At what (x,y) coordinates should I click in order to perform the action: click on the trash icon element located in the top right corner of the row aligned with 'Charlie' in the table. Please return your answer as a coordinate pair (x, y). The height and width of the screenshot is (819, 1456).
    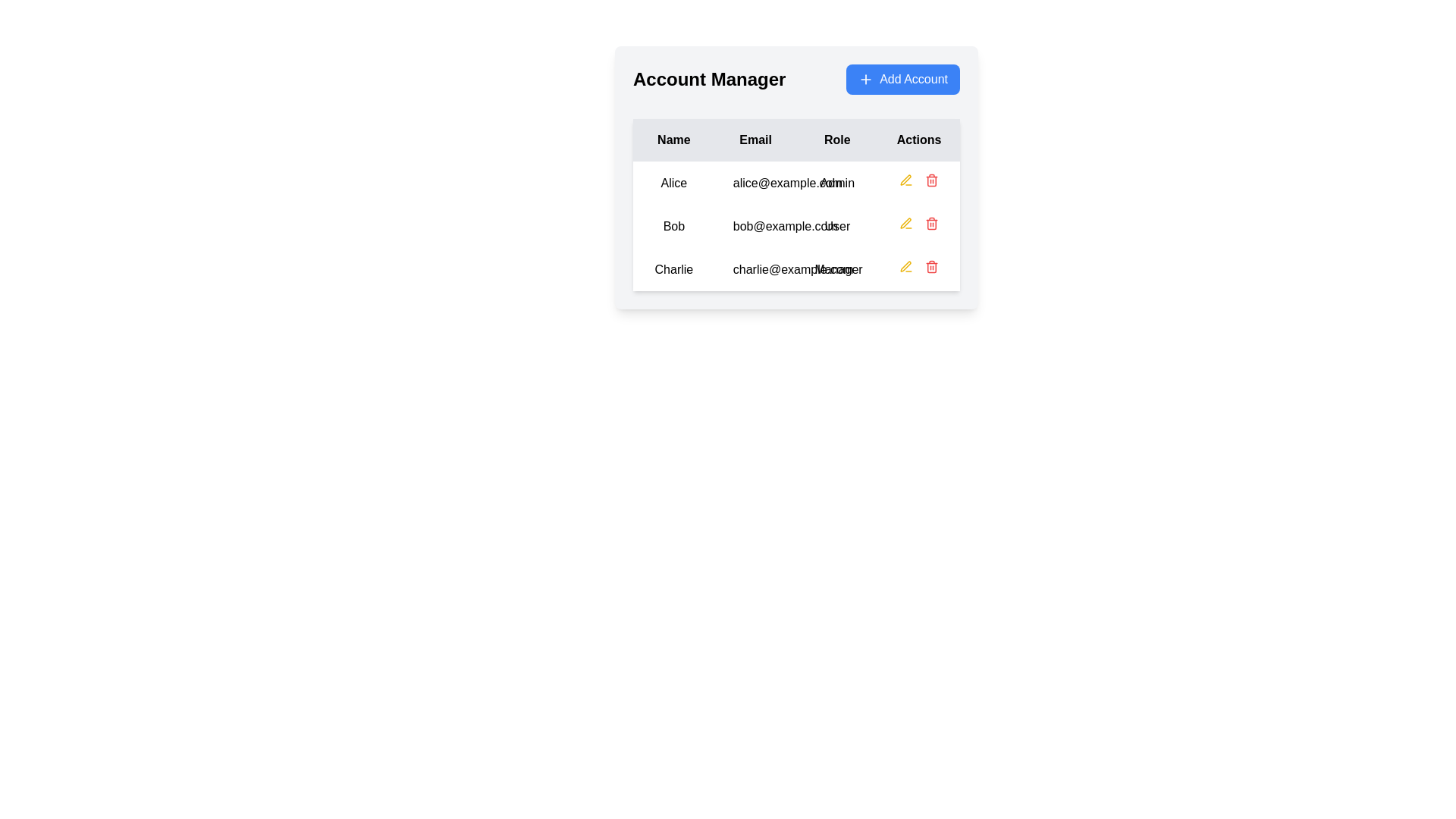
    Looking at the image, I should click on (931, 267).